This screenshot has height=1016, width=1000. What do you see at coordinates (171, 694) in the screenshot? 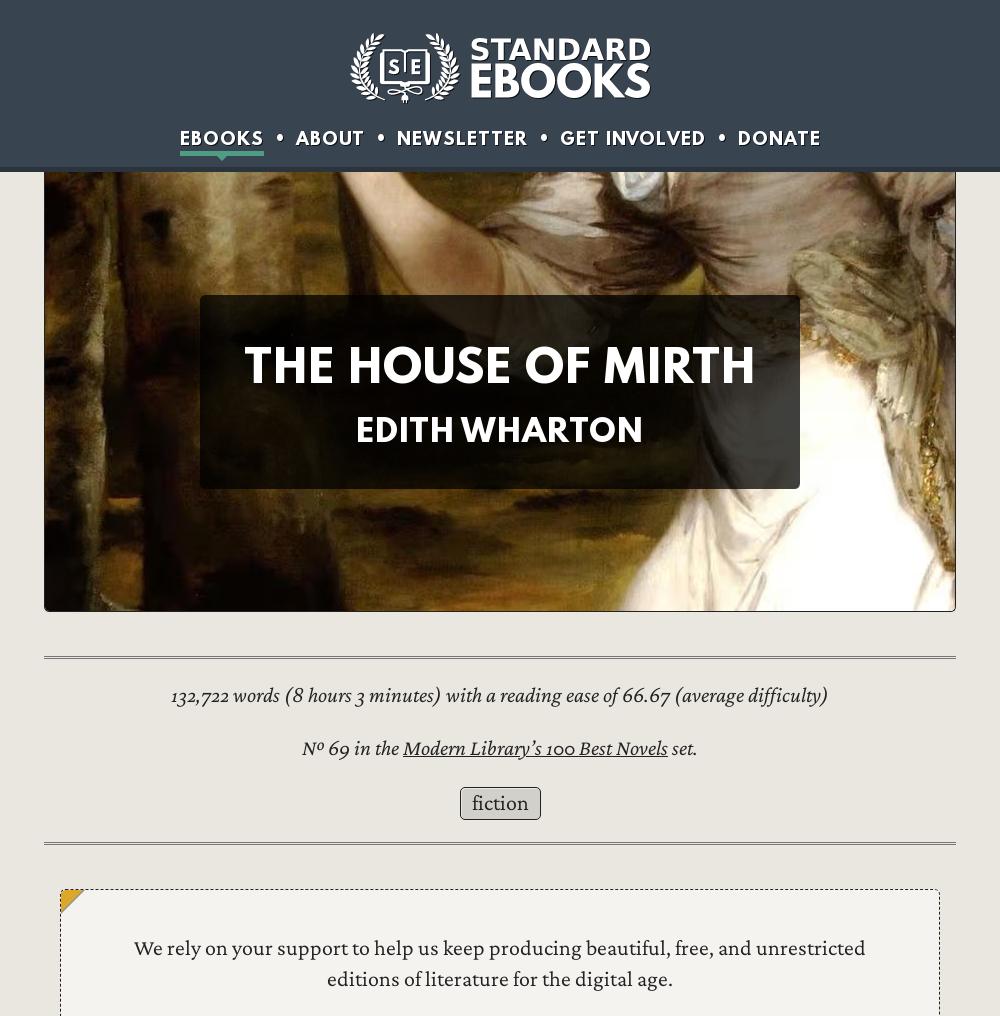
I see `'132,722 words (8 hours 3 minutes) with a reading ease of 66.67 (average difficulty)'` at bounding box center [171, 694].